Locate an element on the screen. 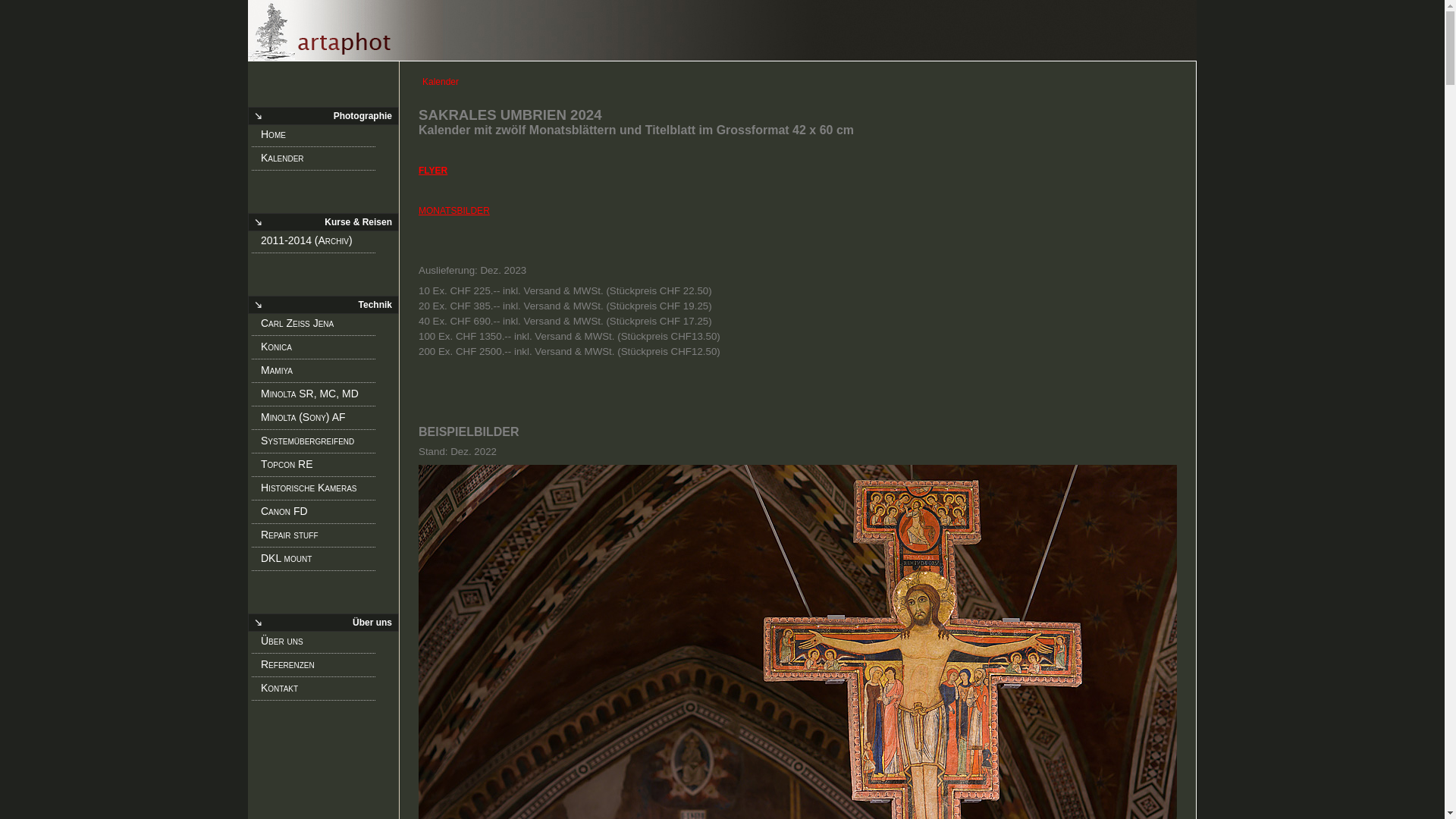 This screenshot has width=1456, height=819. 'Minolta (Sony) AF' is located at coordinates (318, 420).